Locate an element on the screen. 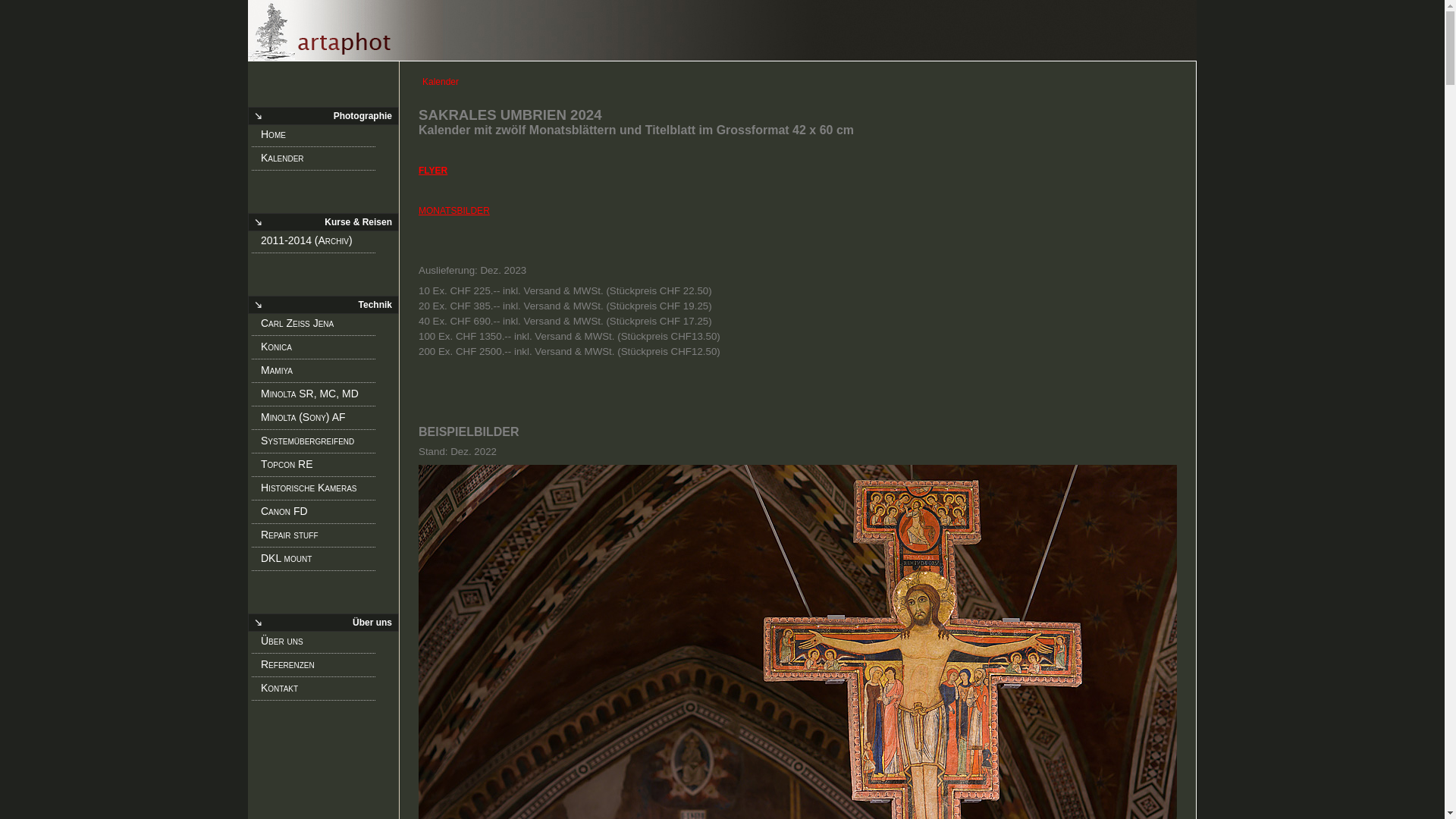 This screenshot has width=1456, height=819. 'Minolta (Sony) AF' is located at coordinates (318, 420).